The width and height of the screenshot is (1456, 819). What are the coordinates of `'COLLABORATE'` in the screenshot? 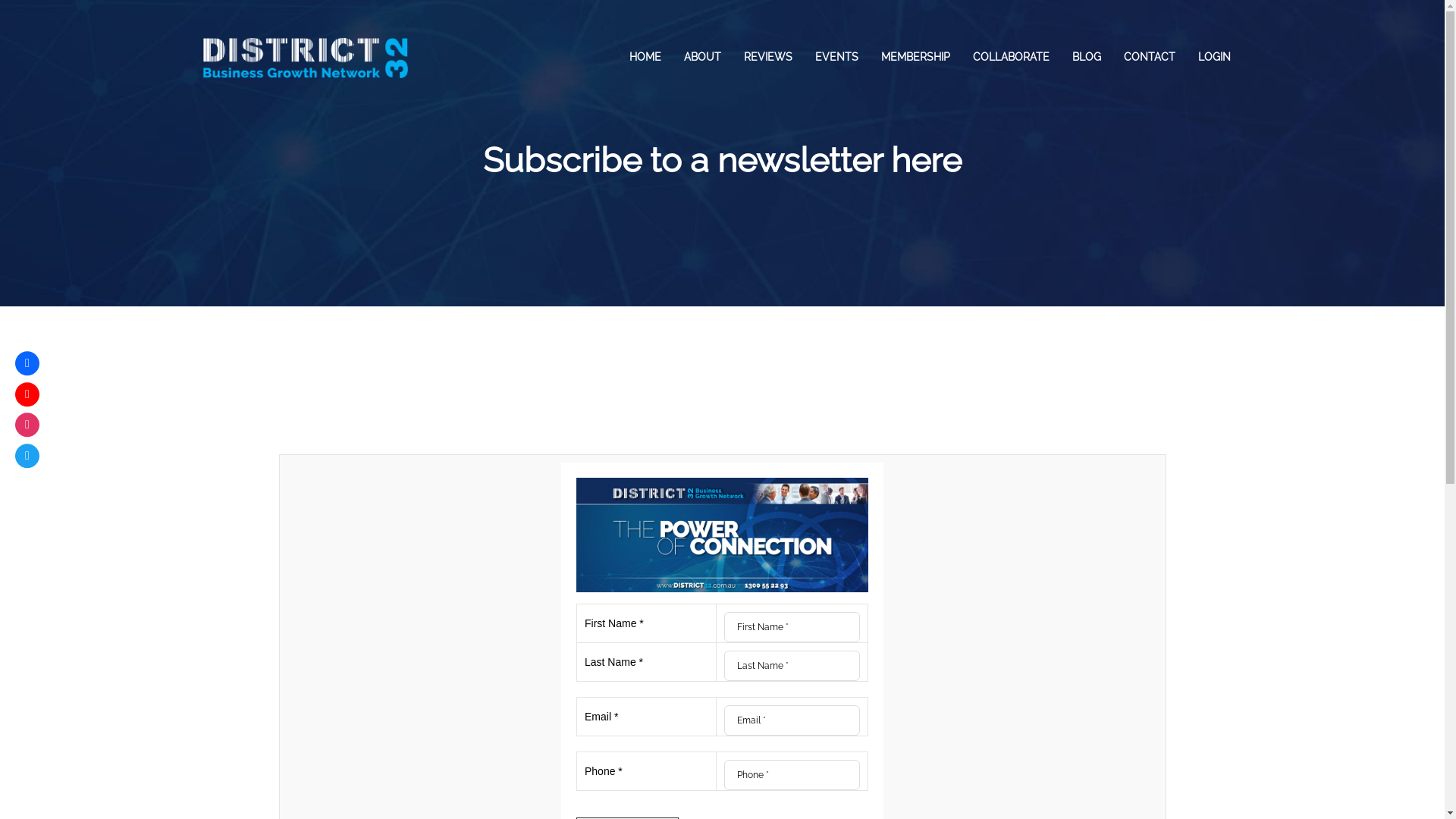 It's located at (1011, 55).